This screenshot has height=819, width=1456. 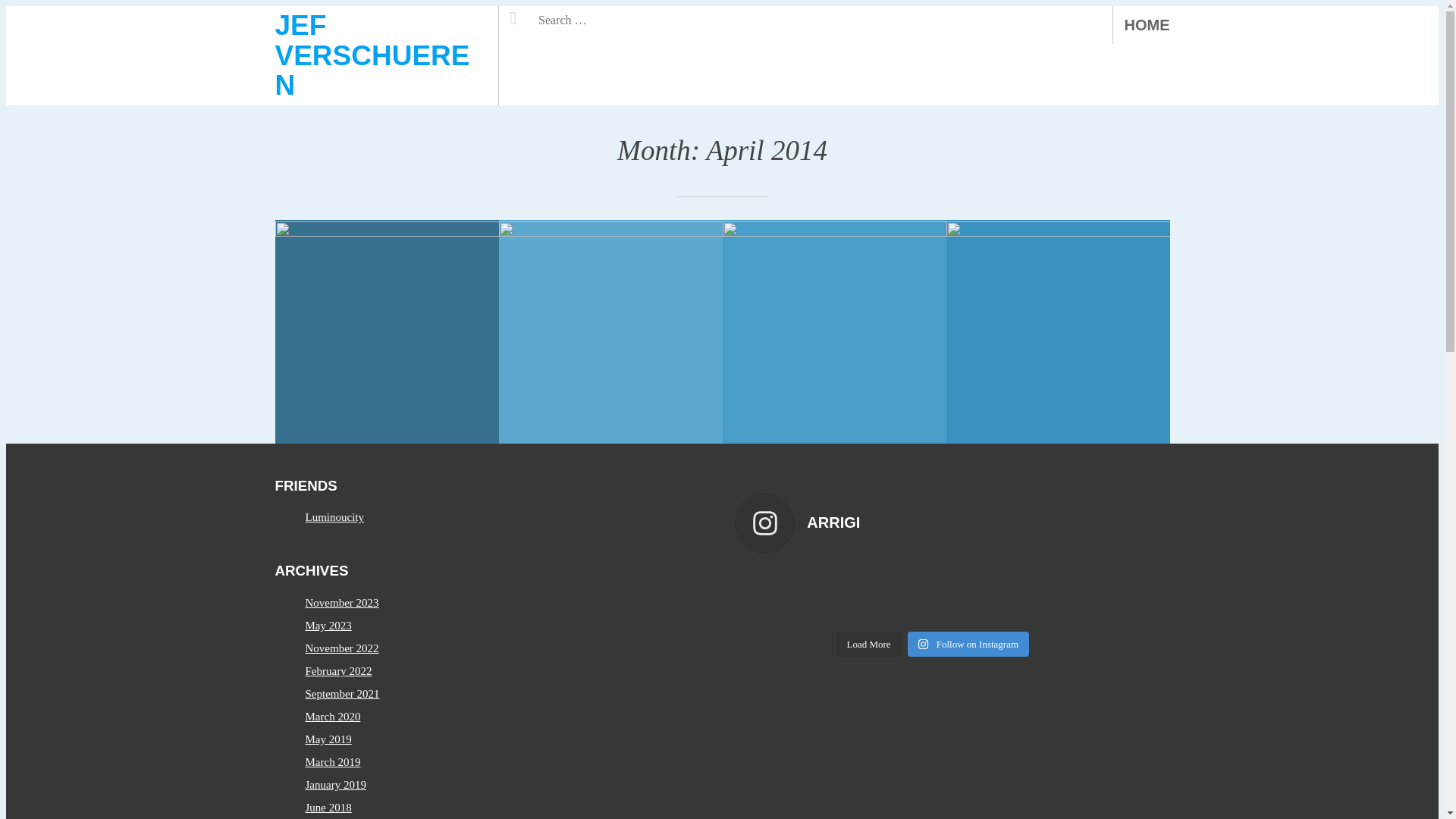 I want to click on 'JEF VERSCHUEREN', so click(x=274, y=55).